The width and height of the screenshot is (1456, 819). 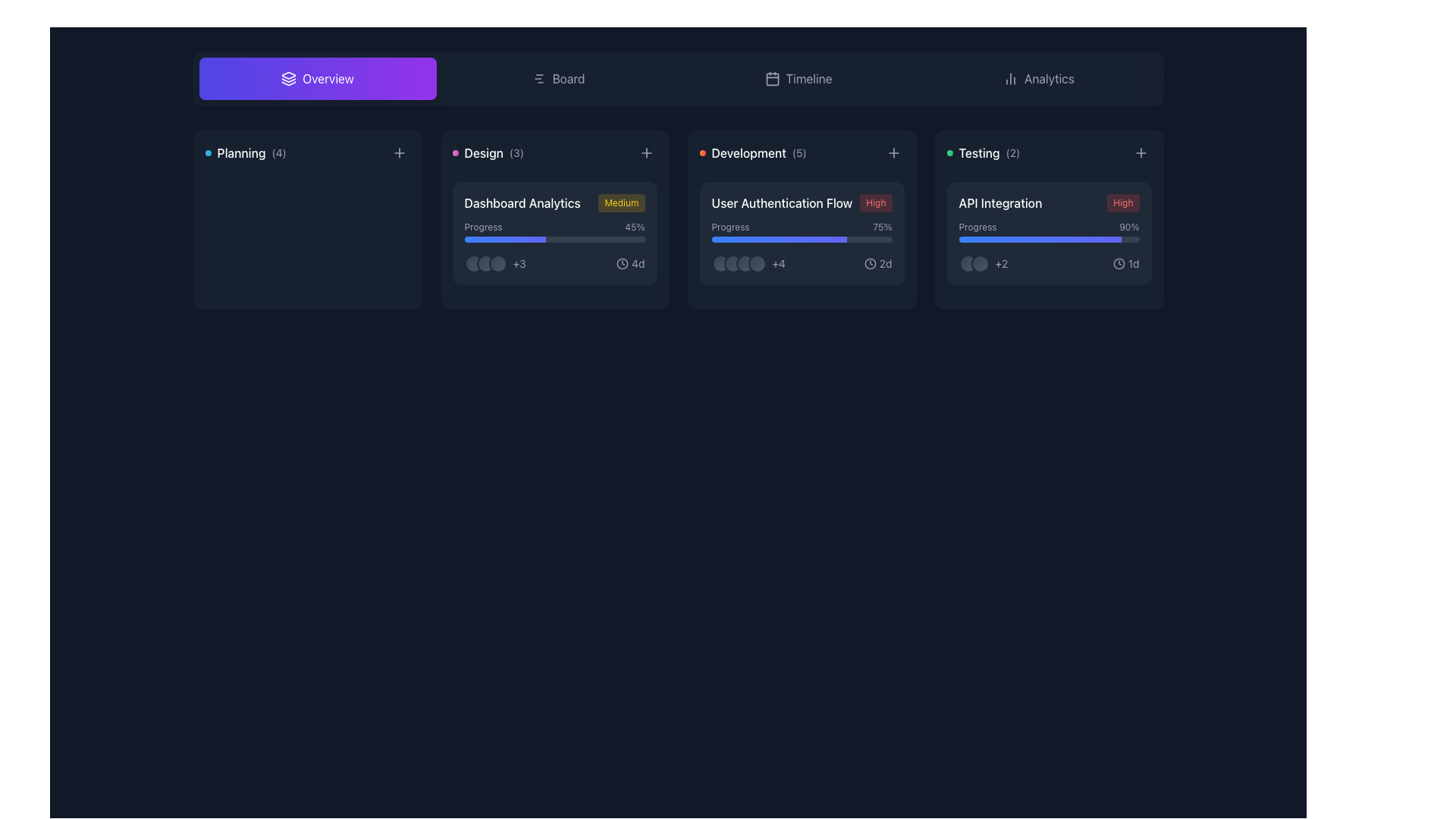 I want to click on the 'Timeline' navigation button located, so click(x=797, y=79).